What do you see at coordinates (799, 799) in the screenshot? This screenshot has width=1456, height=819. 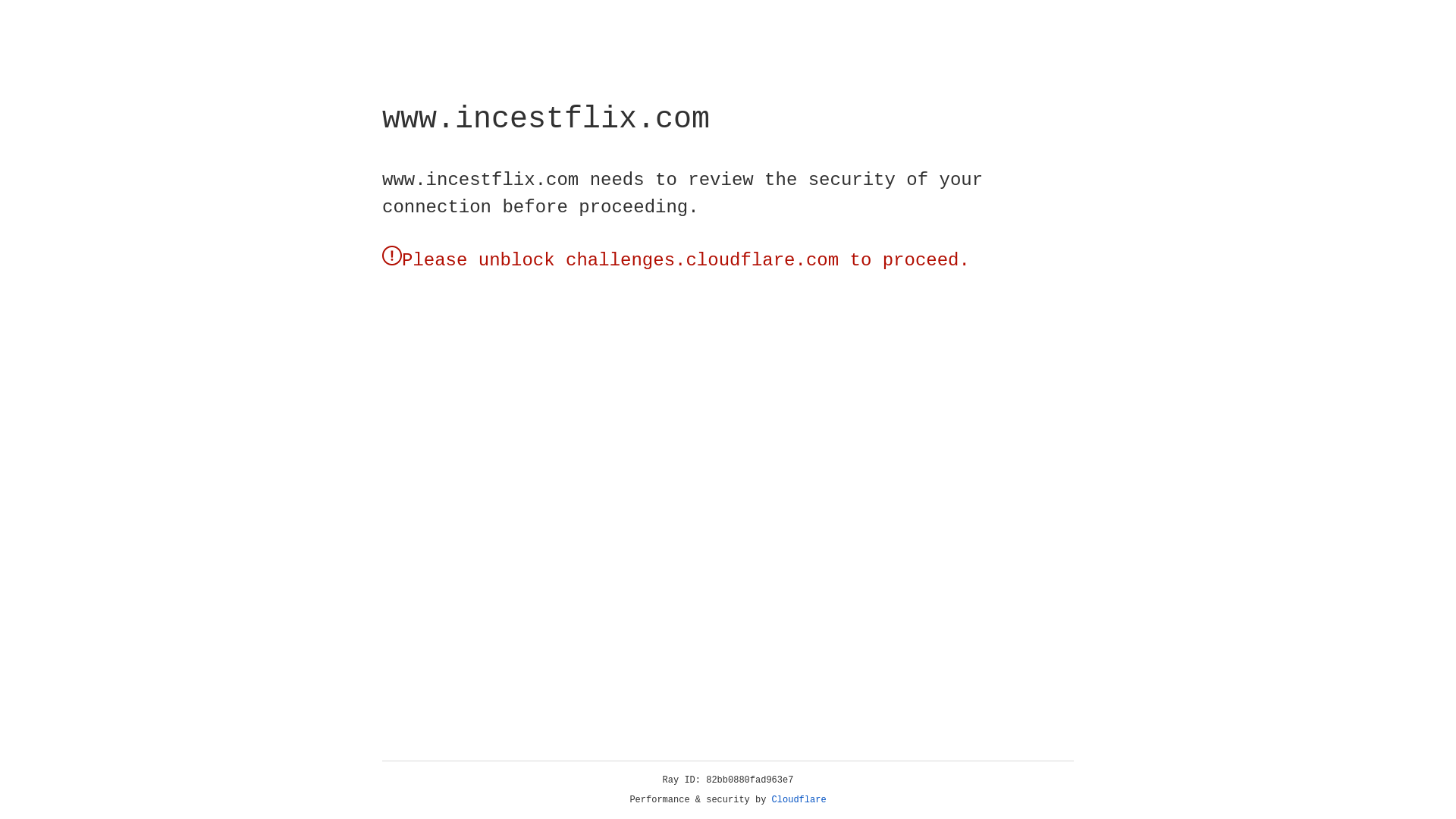 I see `'Cloudflare'` at bounding box center [799, 799].